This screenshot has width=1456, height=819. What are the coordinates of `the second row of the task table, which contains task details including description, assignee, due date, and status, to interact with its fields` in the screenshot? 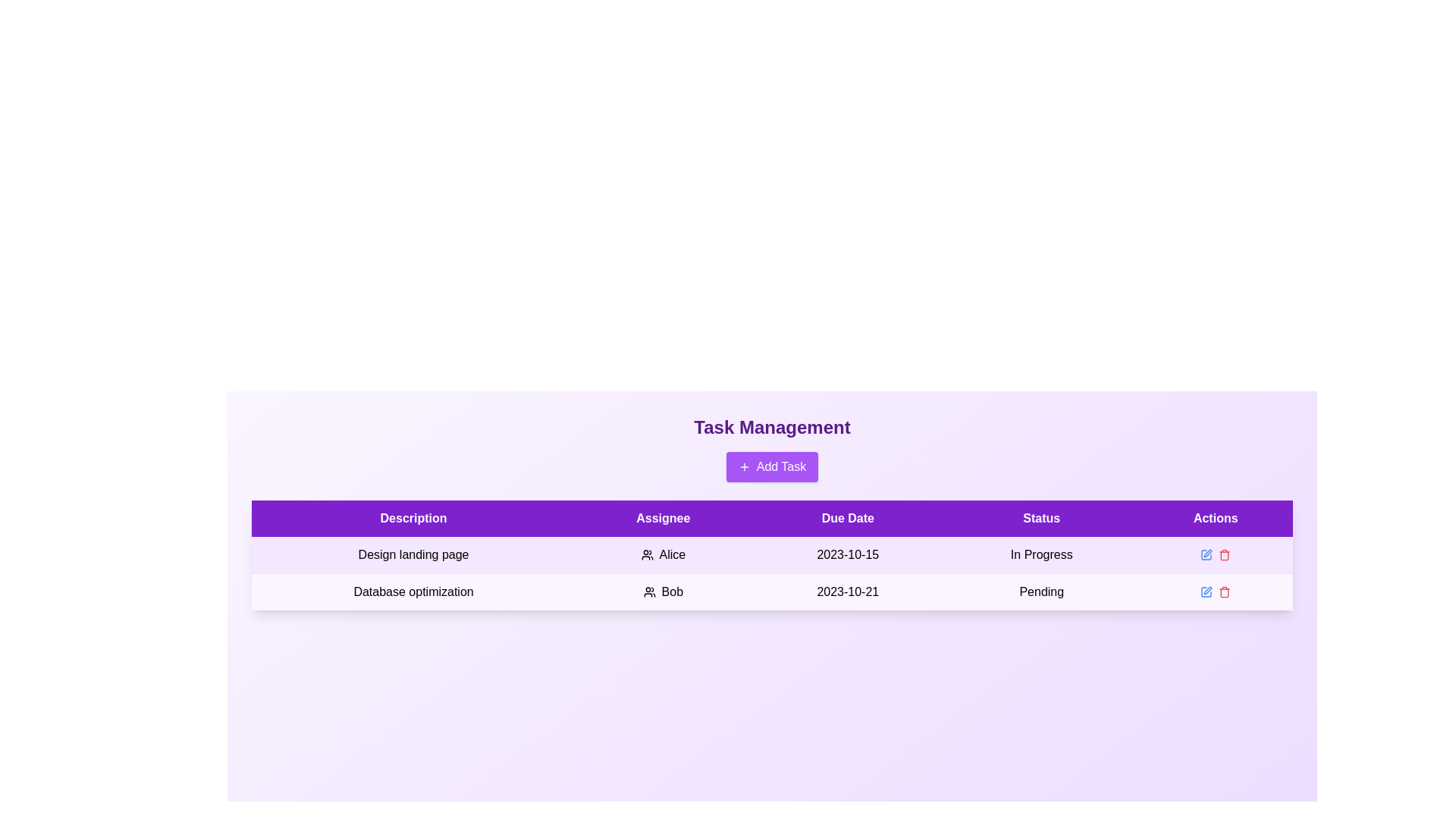 It's located at (772, 591).